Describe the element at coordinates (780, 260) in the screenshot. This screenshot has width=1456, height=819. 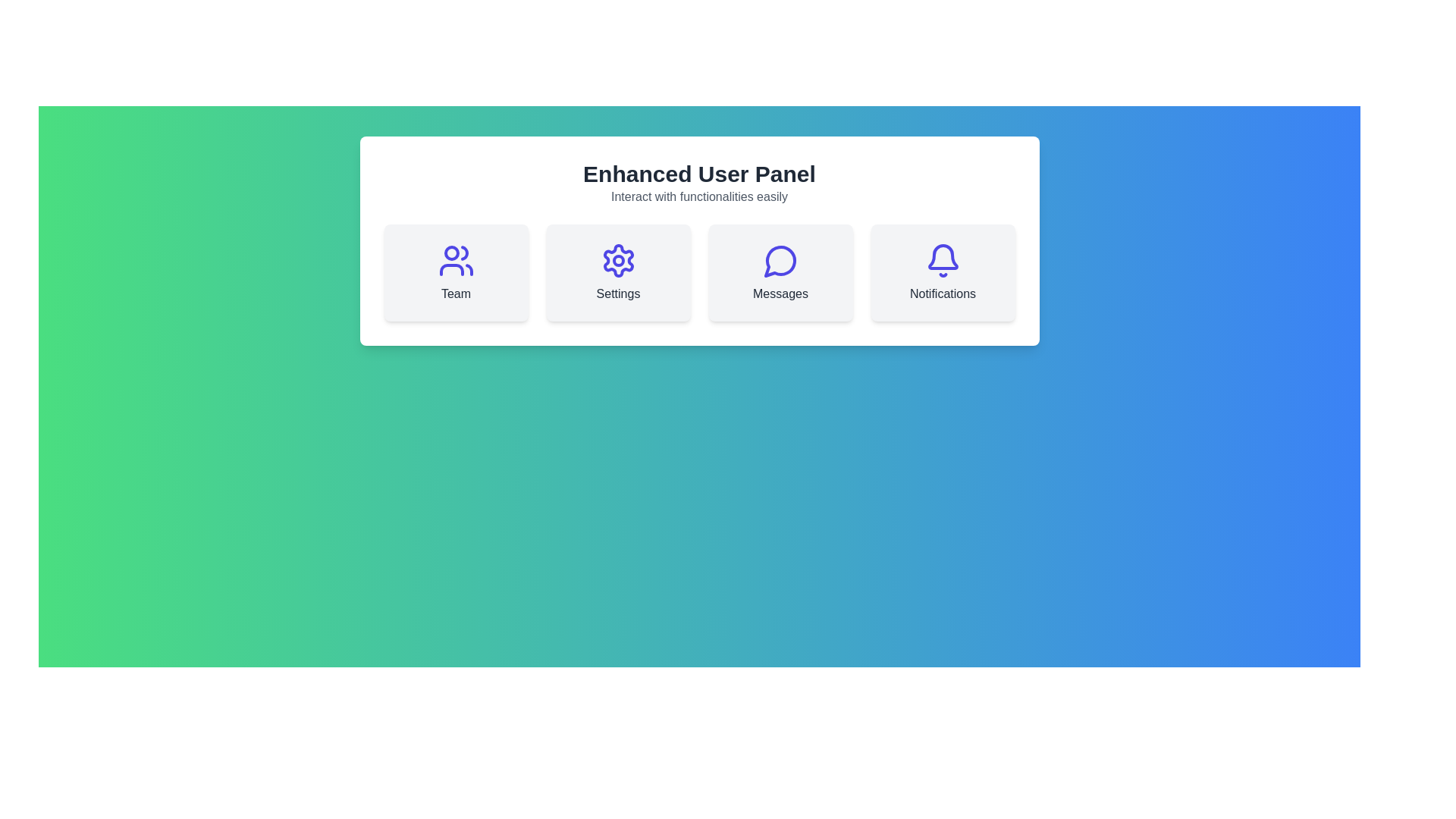
I see `the graphical icon resembling a text message bubble located in the 'Messages' section of the grid layout` at that location.